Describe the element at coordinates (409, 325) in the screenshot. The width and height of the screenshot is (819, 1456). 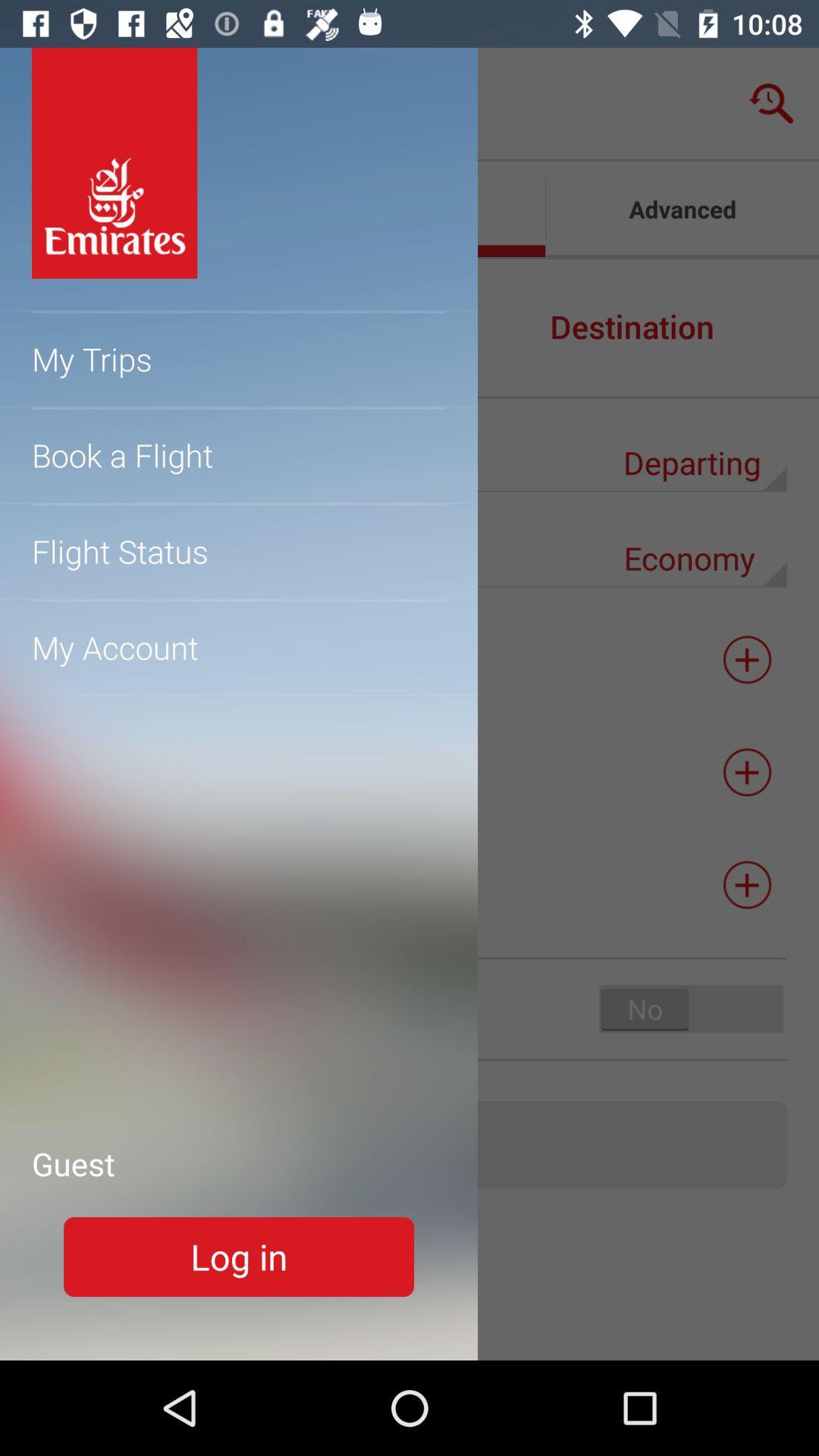
I see `the minus icon` at that location.